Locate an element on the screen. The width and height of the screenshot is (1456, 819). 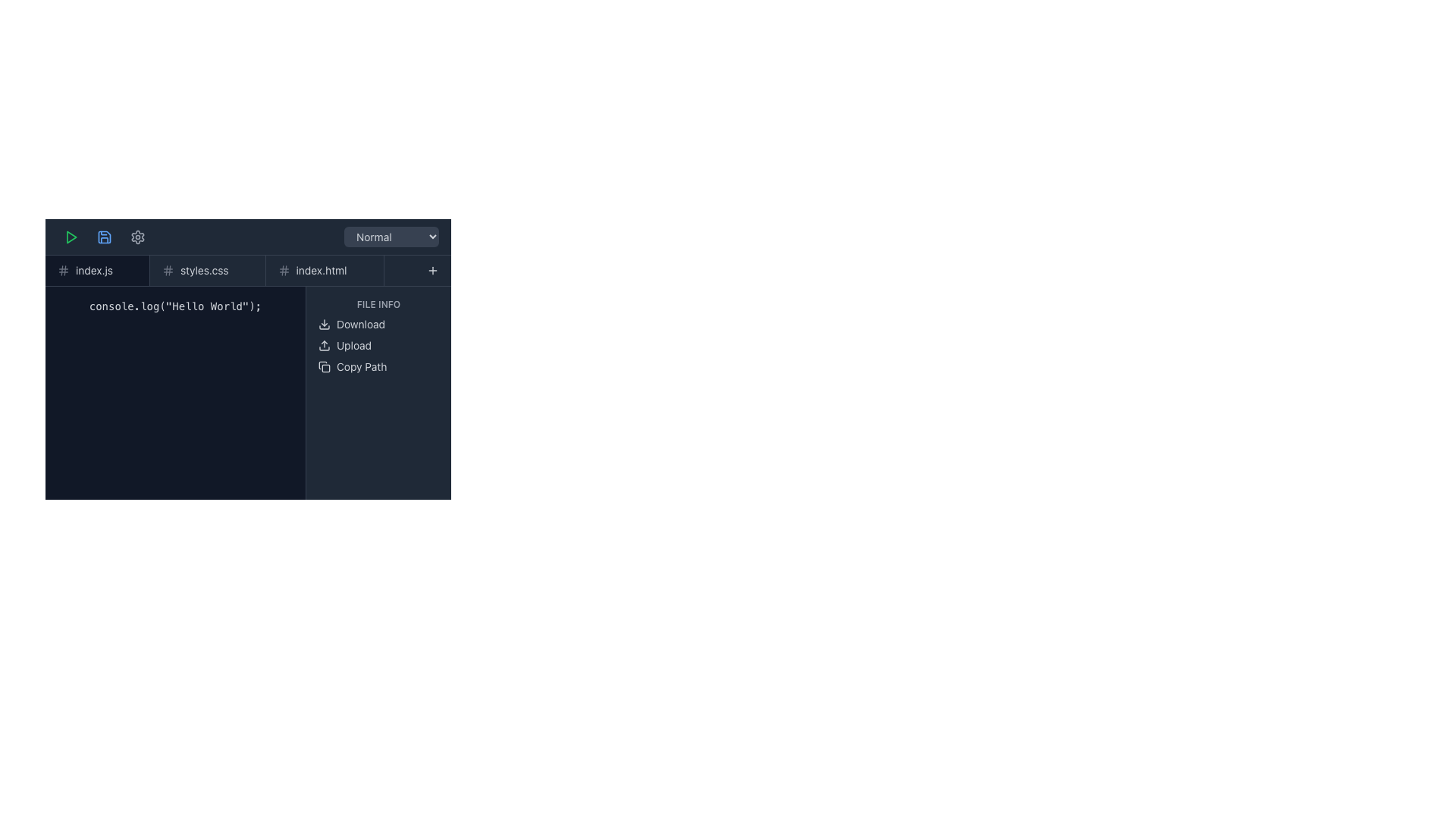
the icon that signifies a tag or hash associated with 'index.html', located to the left of the text 'index.html' is located at coordinates (284, 270).